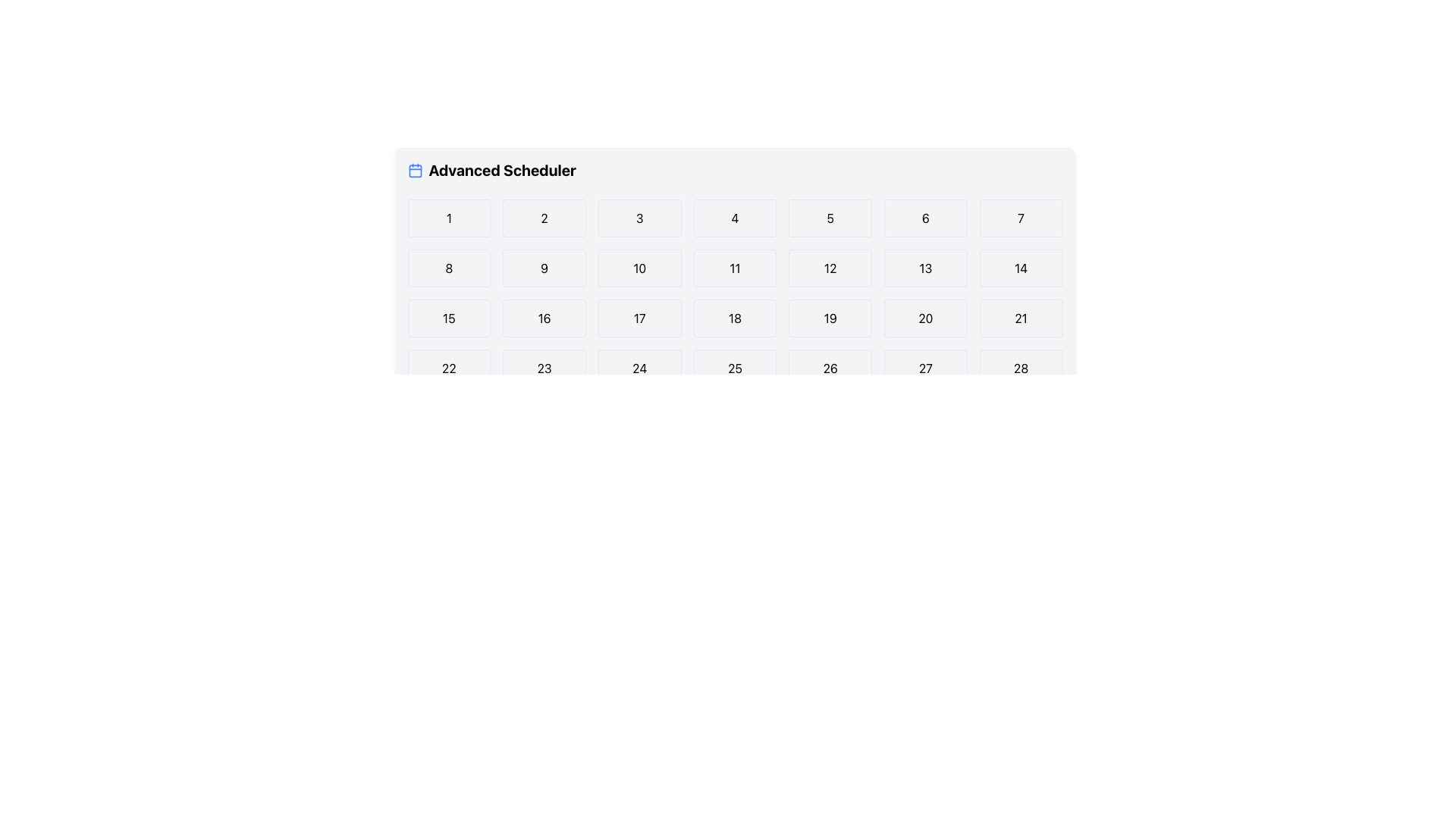 The image size is (1456, 819). What do you see at coordinates (829, 218) in the screenshot?
I see `the button representing the 5th day in the calendar grid located beneath the 'Advanced Scheduler' title` at bounding box center [829, 218].